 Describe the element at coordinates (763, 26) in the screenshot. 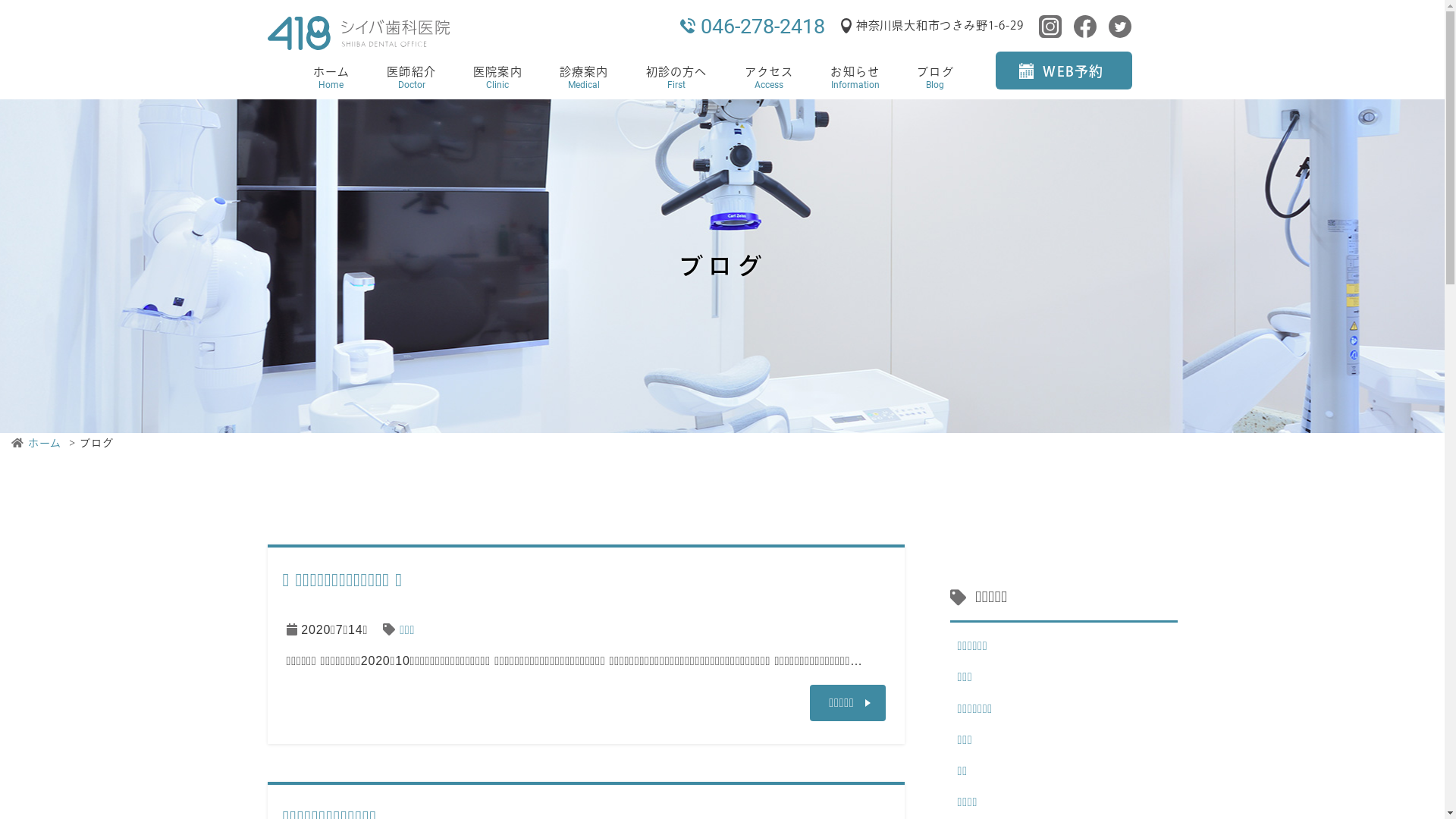

I see `'046-278-2418'` at that location.